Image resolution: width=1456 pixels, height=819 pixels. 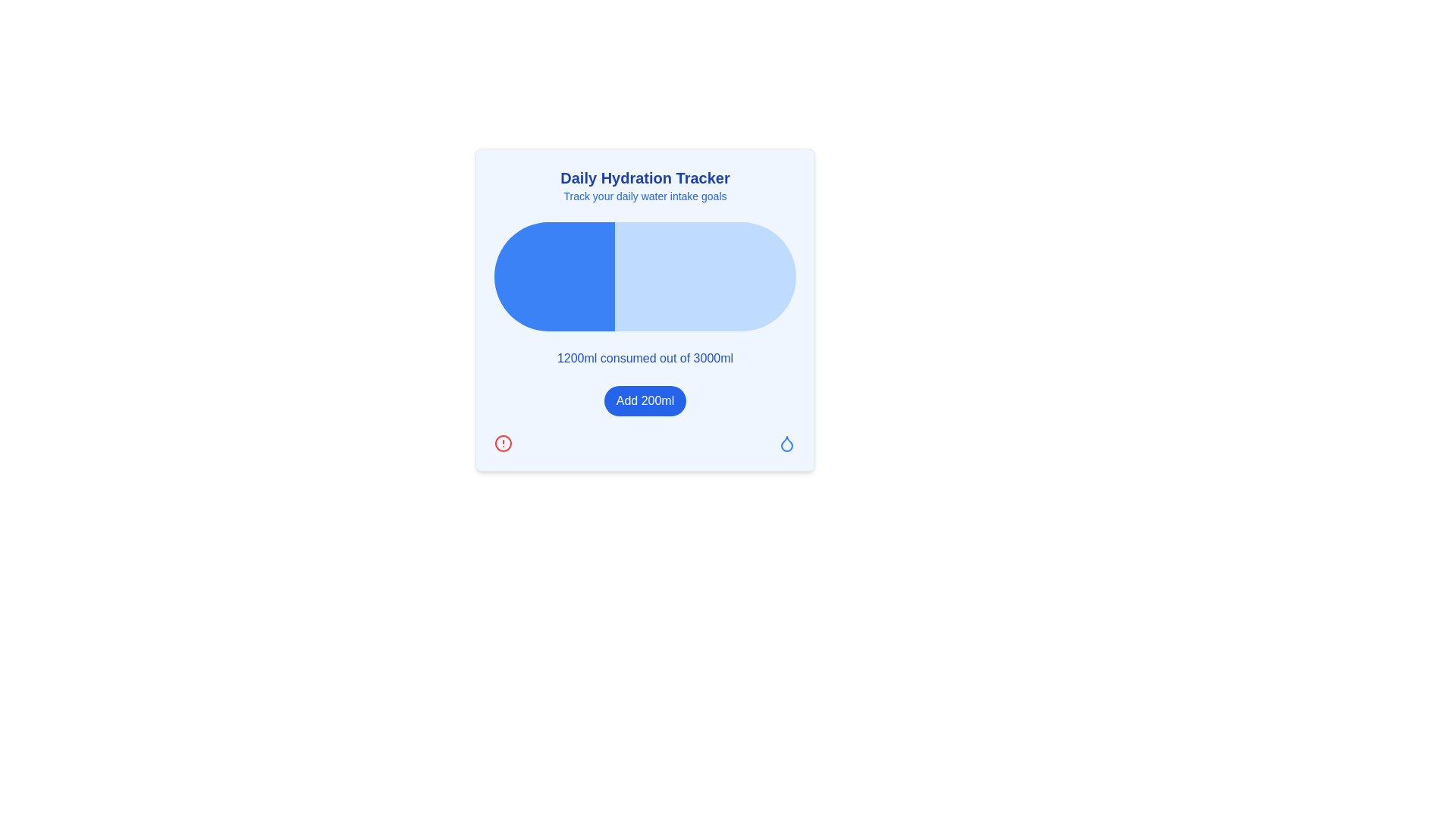 What do you see at coordinates (645, 195) in the screenshot?
I see `the subtitle text element located beneath 'Daily Hydration Tracker' in the hydration tracker section` at bounding box center [645, 195].